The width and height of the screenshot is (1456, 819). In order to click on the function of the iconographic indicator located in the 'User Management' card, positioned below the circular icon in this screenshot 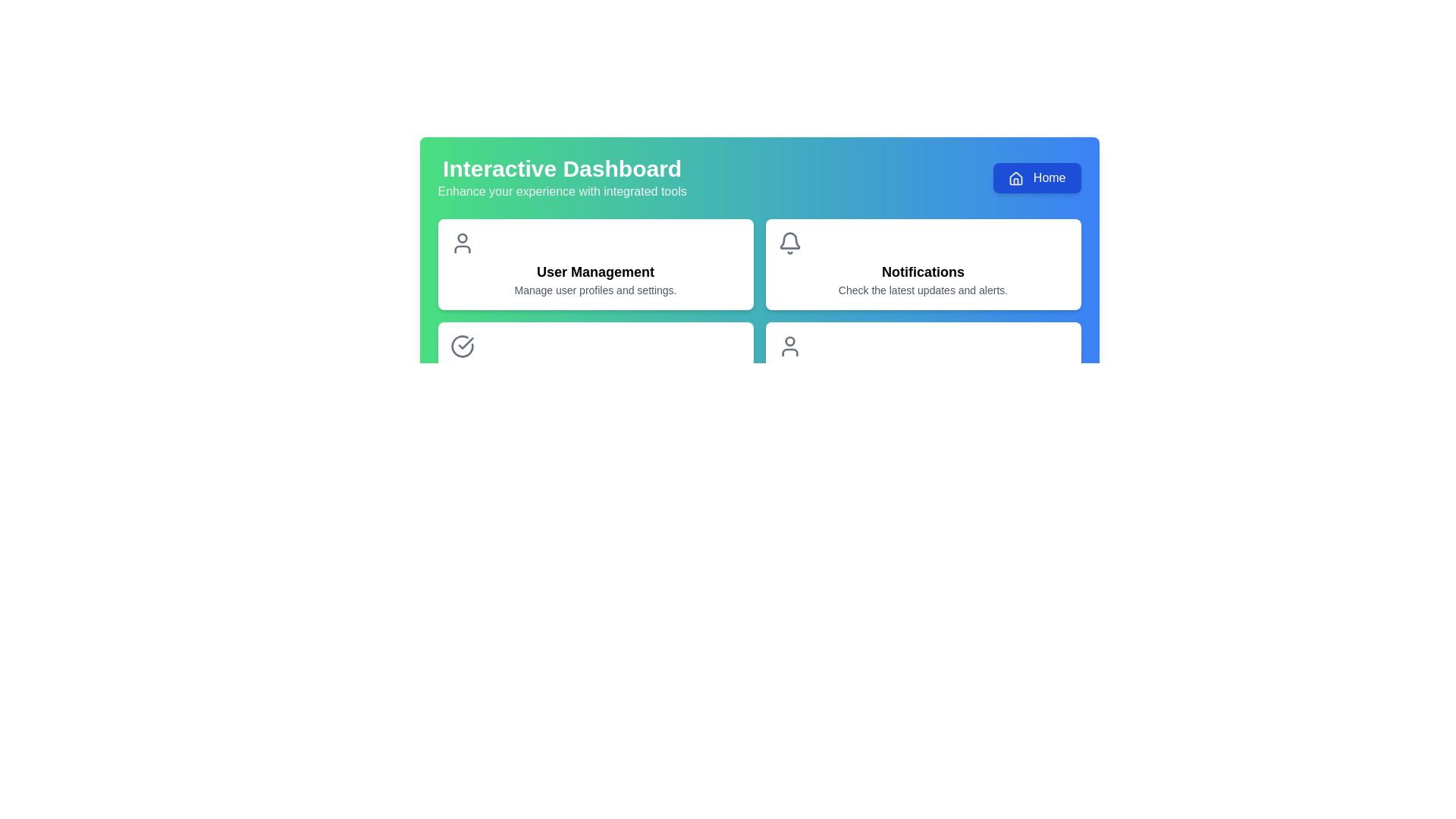, I will do `click(465, 343)`.